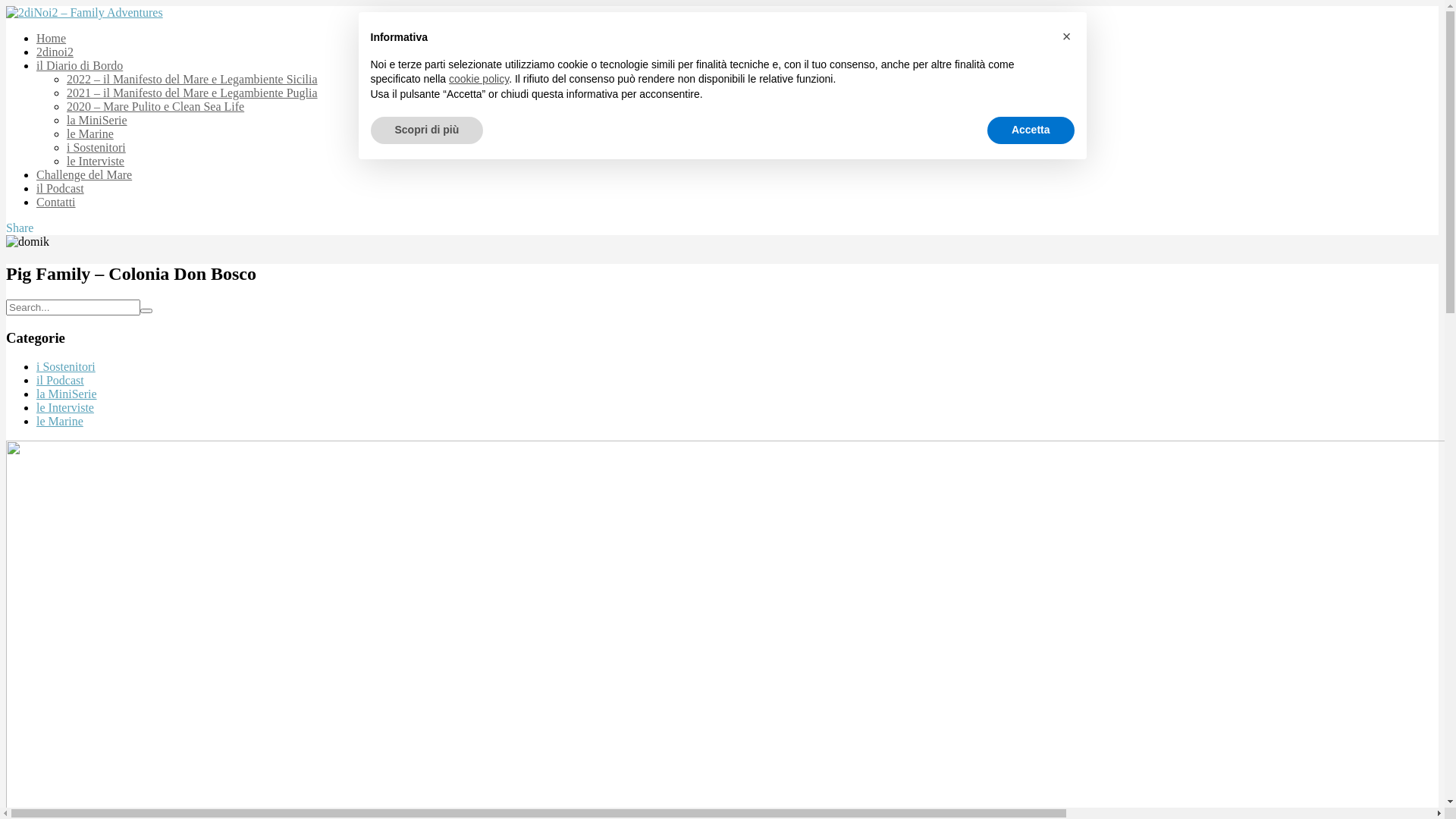 The height and width of the screenshot is (819, 1456). Describe the element at coordinates (1031, 130) in the screenshot. I see `'Accetta'` at that location.